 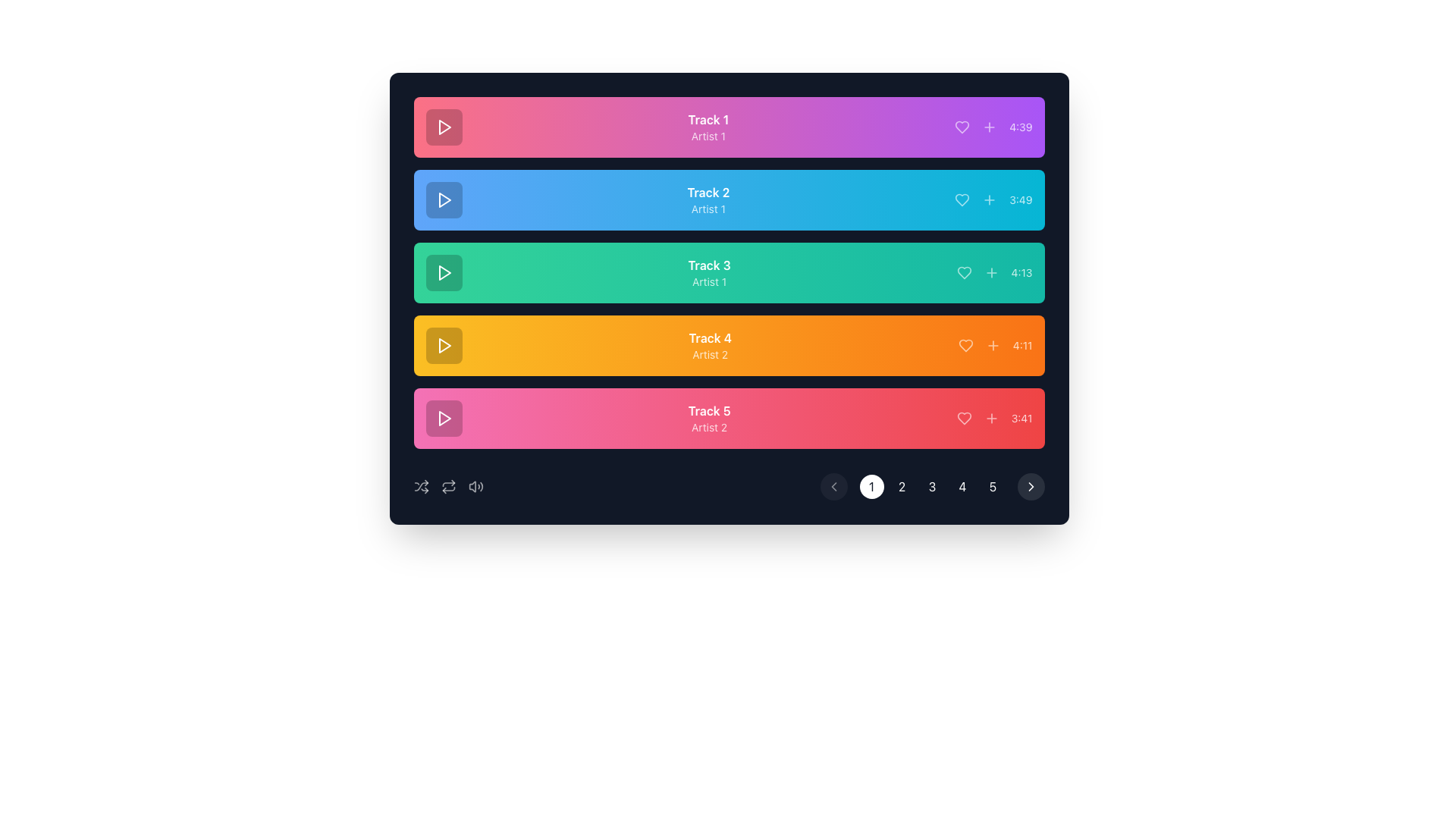 I want to click on the play button for the fifth track labeled 'Track 5' with a pink background to initiate playback, so click(x=443, y=418).